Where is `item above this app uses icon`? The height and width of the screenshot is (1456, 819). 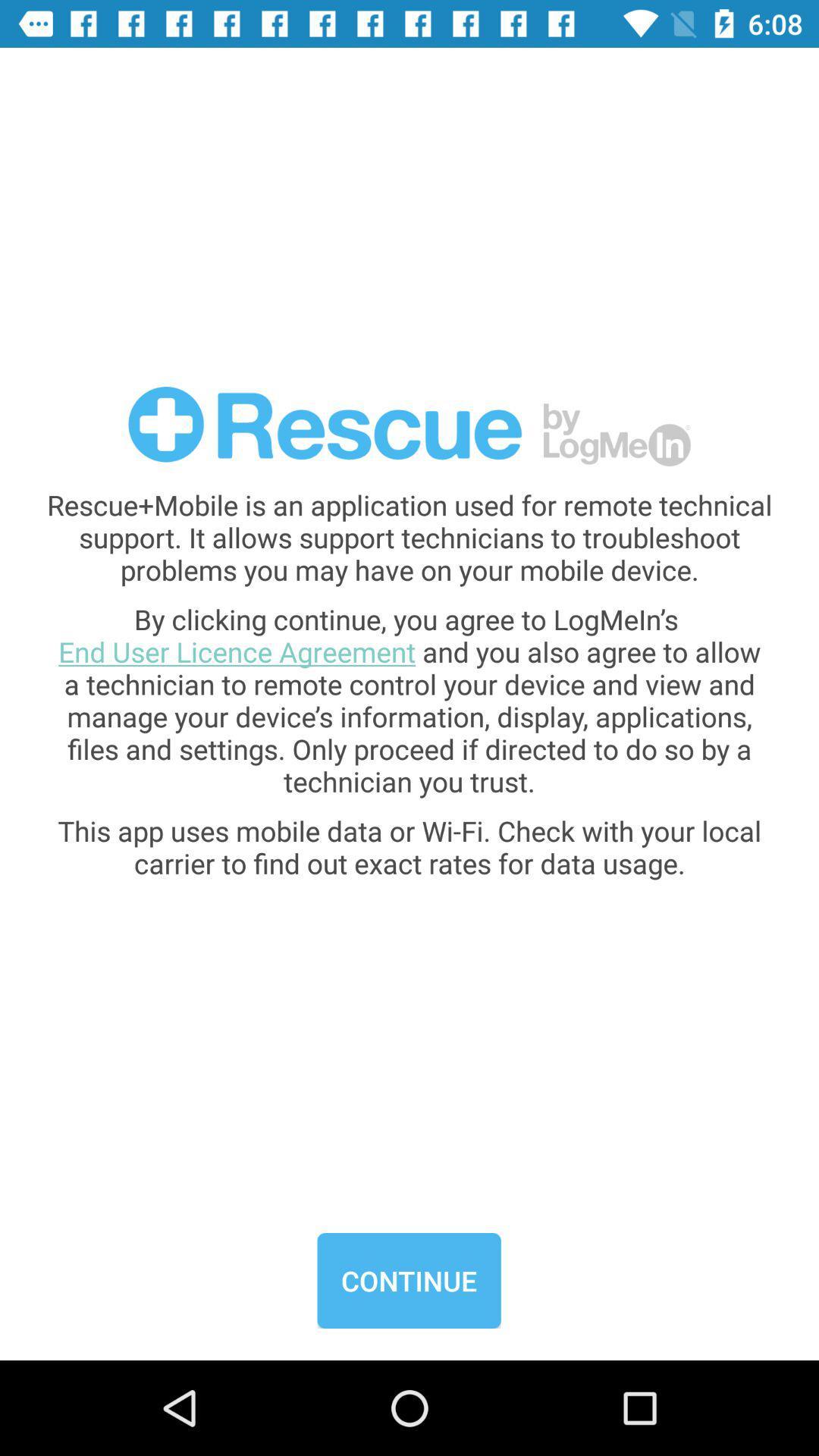 item above this app uses icon is located at coordinates (409, 699).